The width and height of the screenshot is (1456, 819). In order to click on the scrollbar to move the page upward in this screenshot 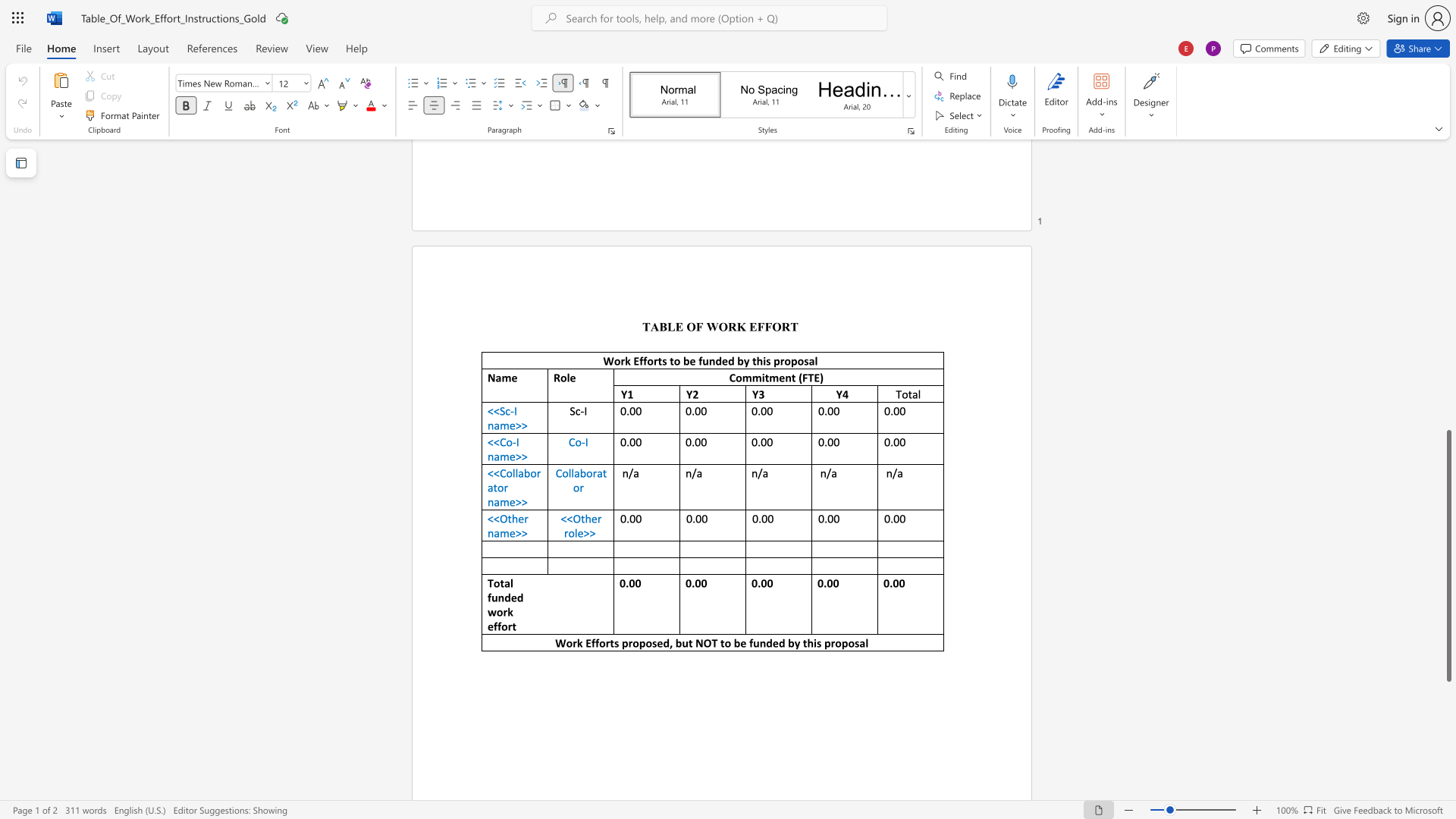, I will do `click(1448, 400)`.